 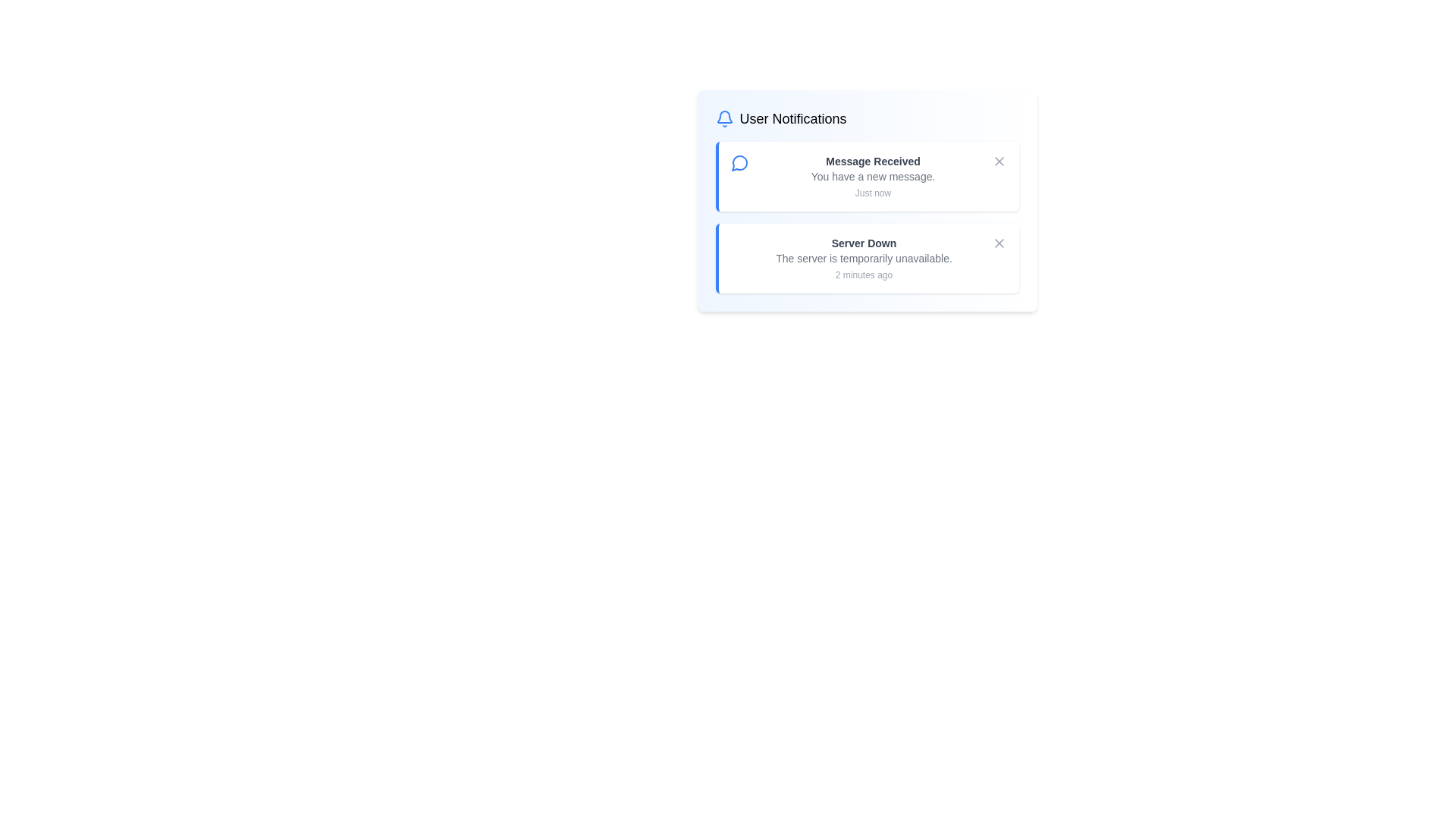 What do you see at coordinates (867, 118) in the screenshot?
I see `the center of the notification list header` at bounding box center [867, 118].